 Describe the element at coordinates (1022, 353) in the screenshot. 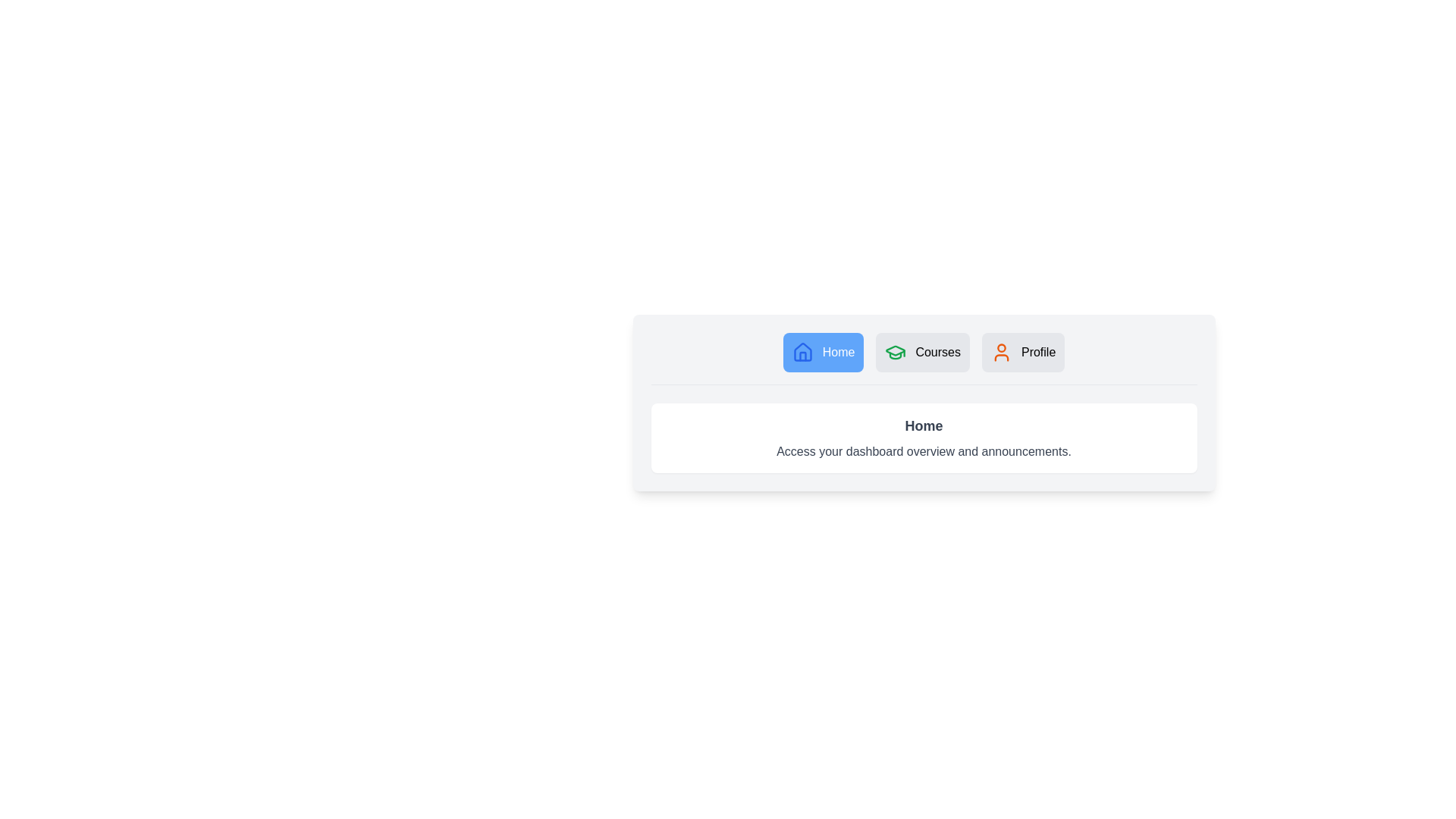

I see `the Profile tab to observe its hover effect` at that location.